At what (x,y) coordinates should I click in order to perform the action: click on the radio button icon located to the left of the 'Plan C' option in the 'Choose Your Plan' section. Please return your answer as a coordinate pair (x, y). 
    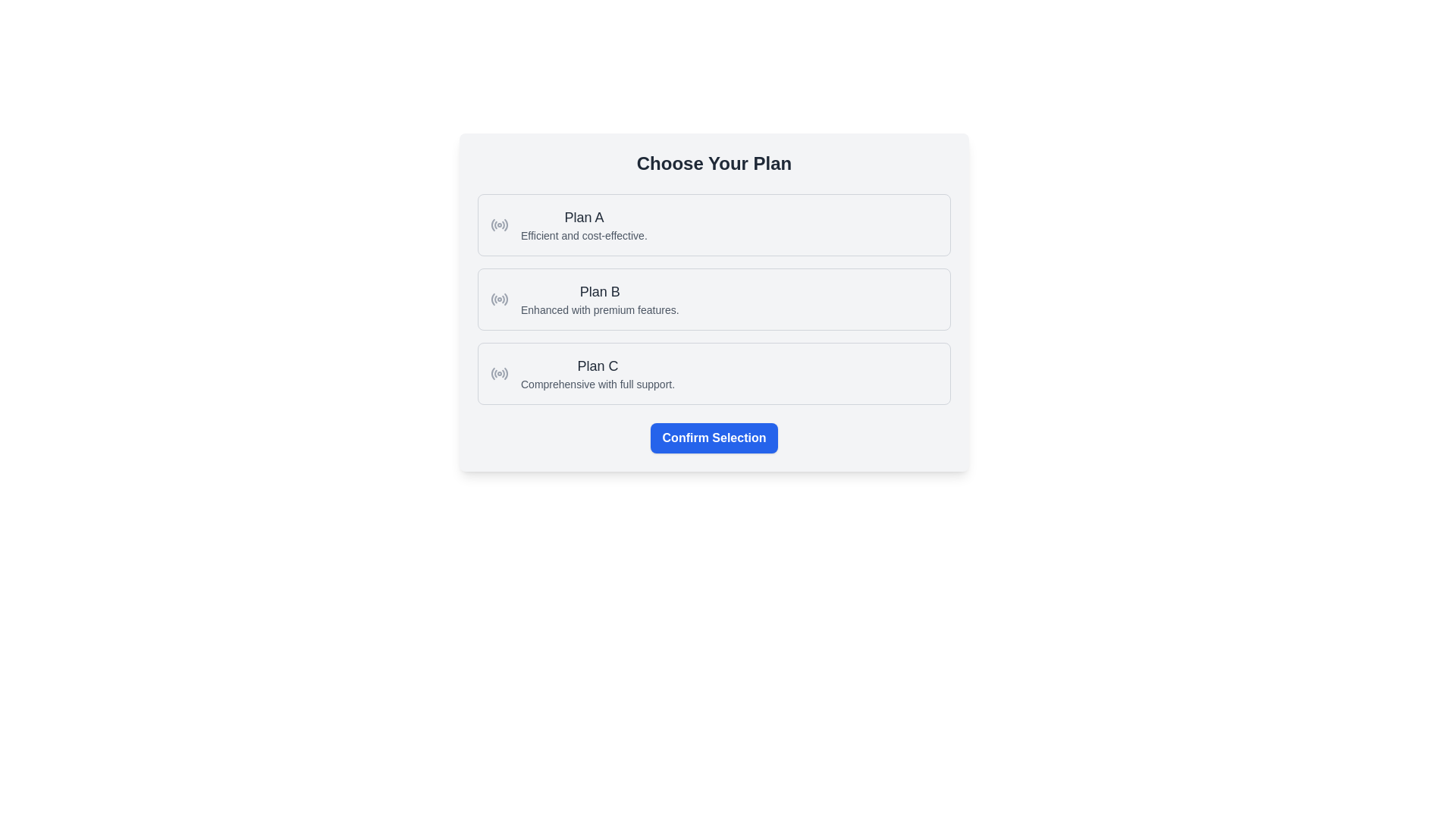
    Looking at the image, I should click on (504, 374).